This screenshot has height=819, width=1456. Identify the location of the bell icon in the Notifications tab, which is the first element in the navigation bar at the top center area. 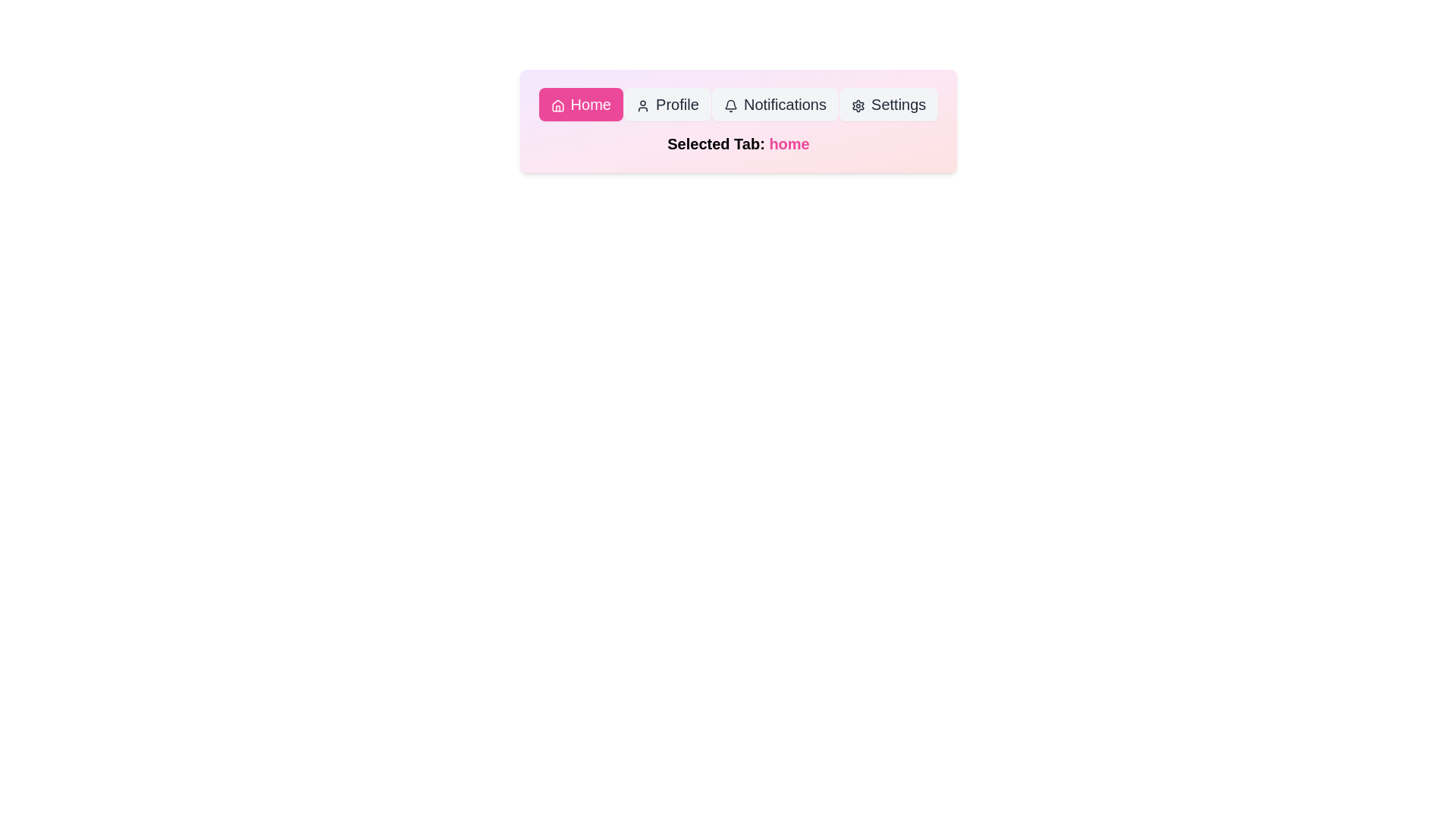
(731, 105).